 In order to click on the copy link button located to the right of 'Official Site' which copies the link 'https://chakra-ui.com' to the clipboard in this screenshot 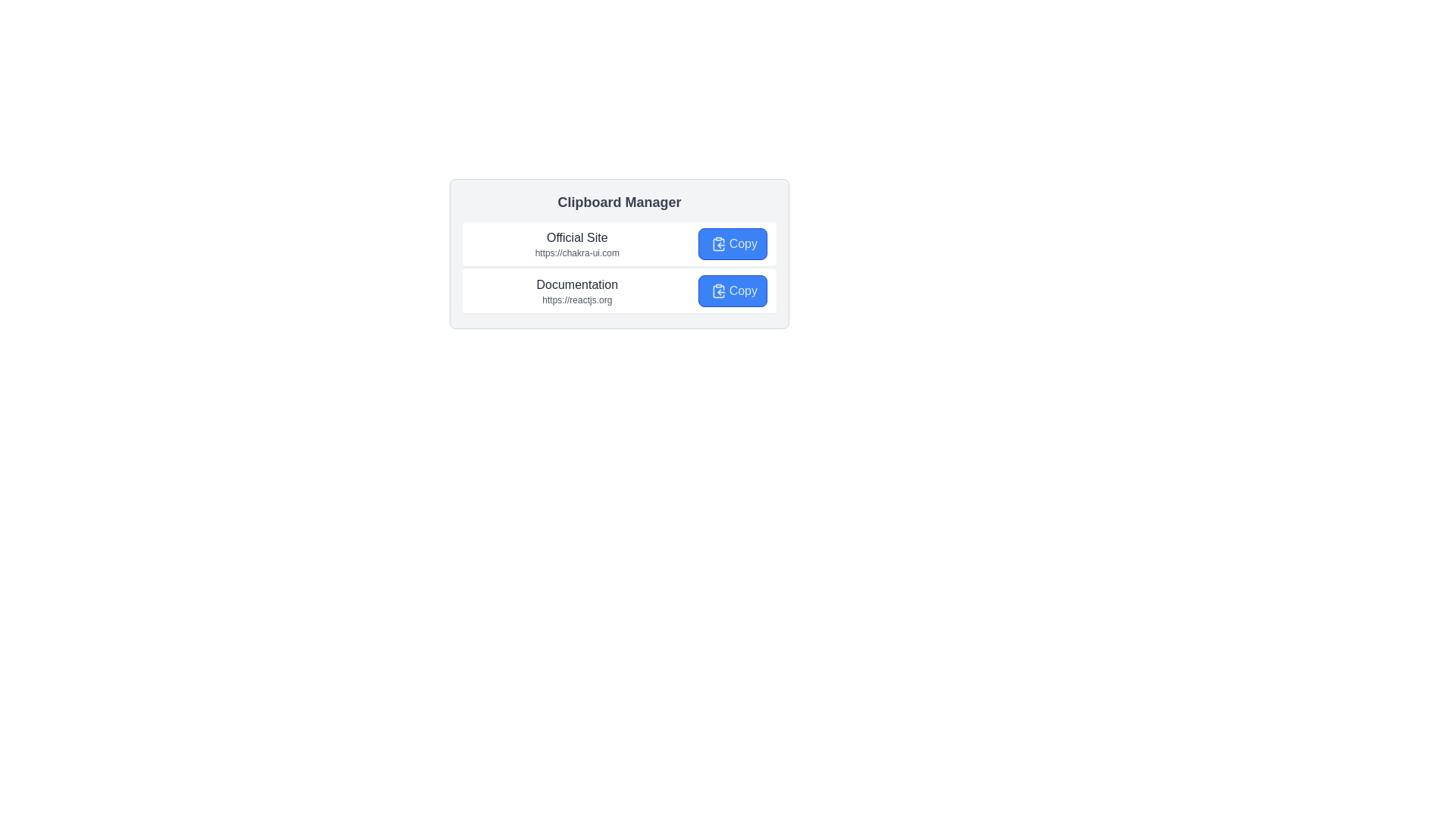, I will do `click(733, 243)`.